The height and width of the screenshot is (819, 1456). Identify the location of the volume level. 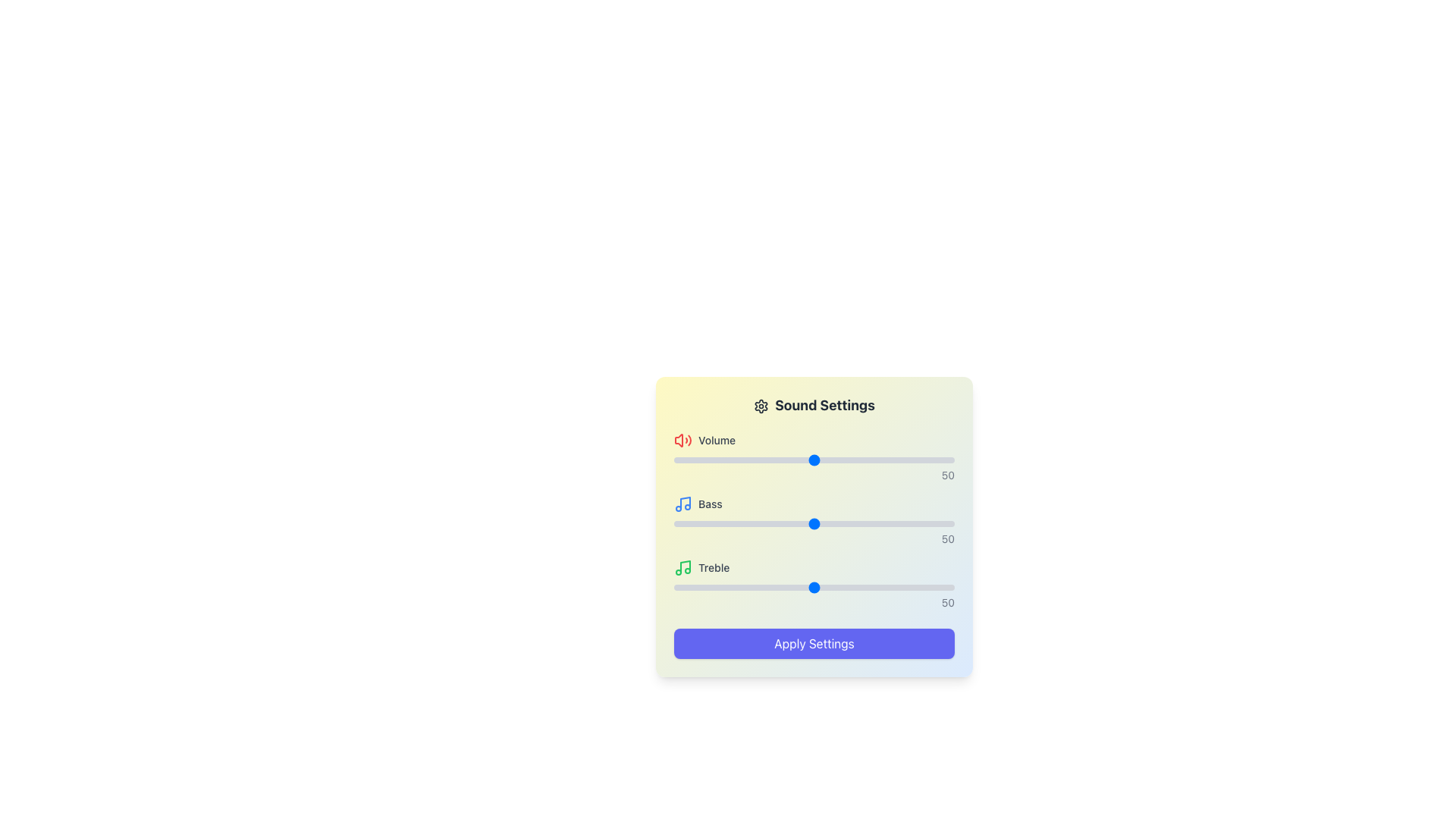
(796, 459).